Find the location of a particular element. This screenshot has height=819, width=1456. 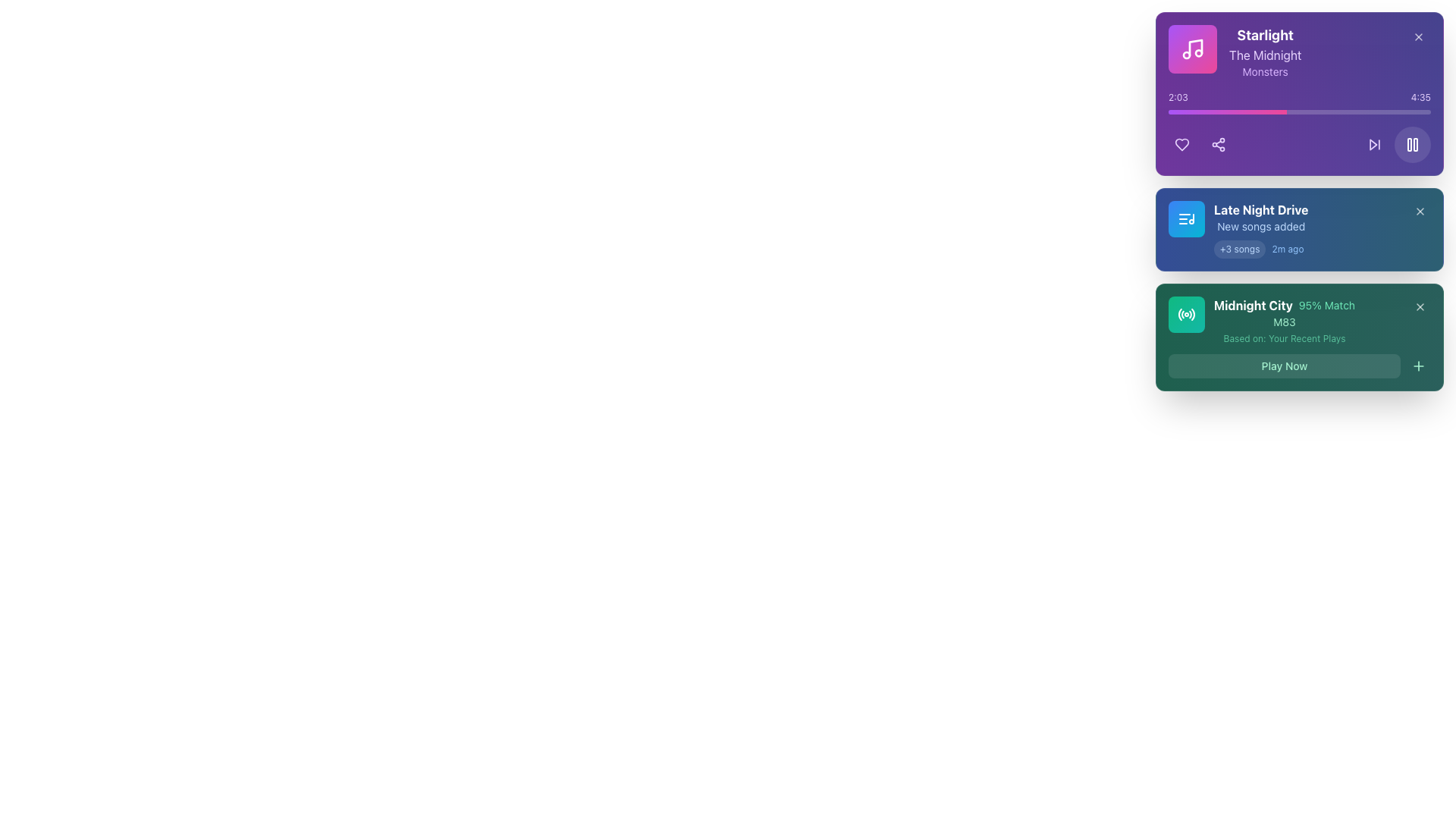

information displayed in the 'Starlight,' 'The Midnight,' and 'Monsters' text lines within the purple-themed widget located at the upper right section of the interface is located at coordinates (1265, 52).